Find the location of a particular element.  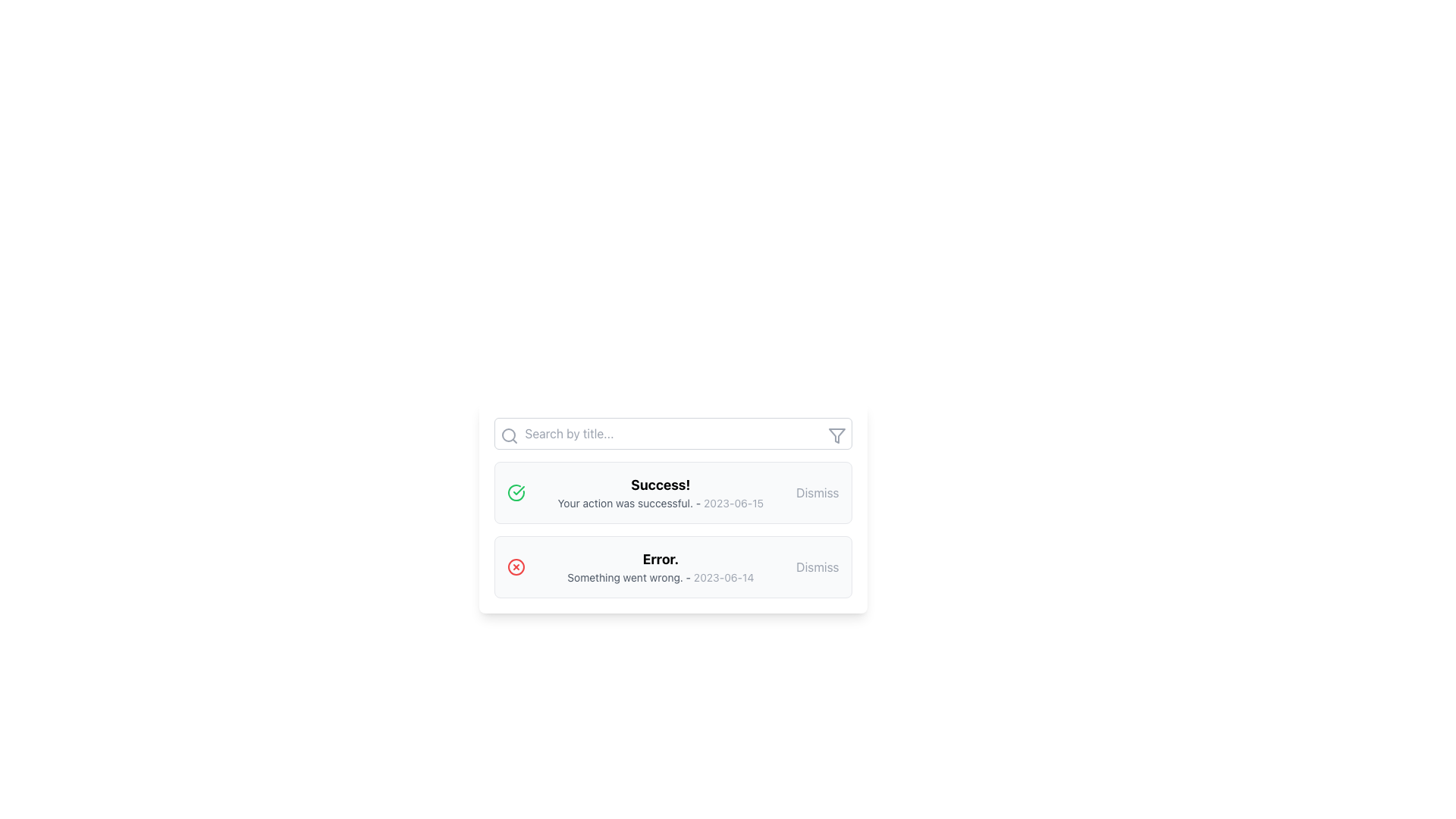

error notification text 'Error.' which is bold and prominently displayed at the bottom section of the notification list is located at coordinates (661, 559).